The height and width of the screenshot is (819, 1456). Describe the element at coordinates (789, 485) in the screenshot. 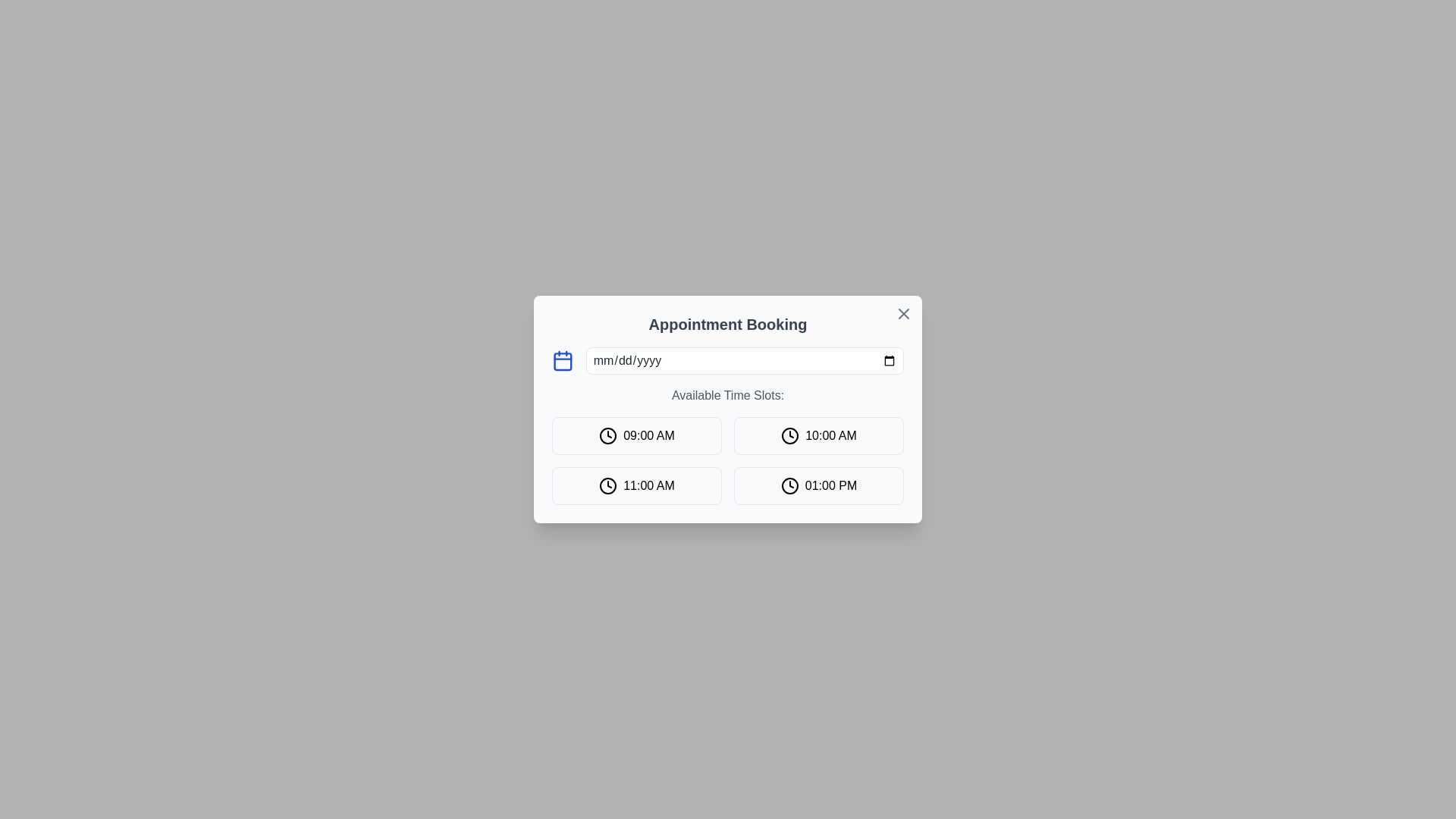

I see `the circular outline of the clock symbol located next to the '01:00 PM' time slot in the bottom-right quadrant of the 'Appointment Booking' dialog box` at that location.